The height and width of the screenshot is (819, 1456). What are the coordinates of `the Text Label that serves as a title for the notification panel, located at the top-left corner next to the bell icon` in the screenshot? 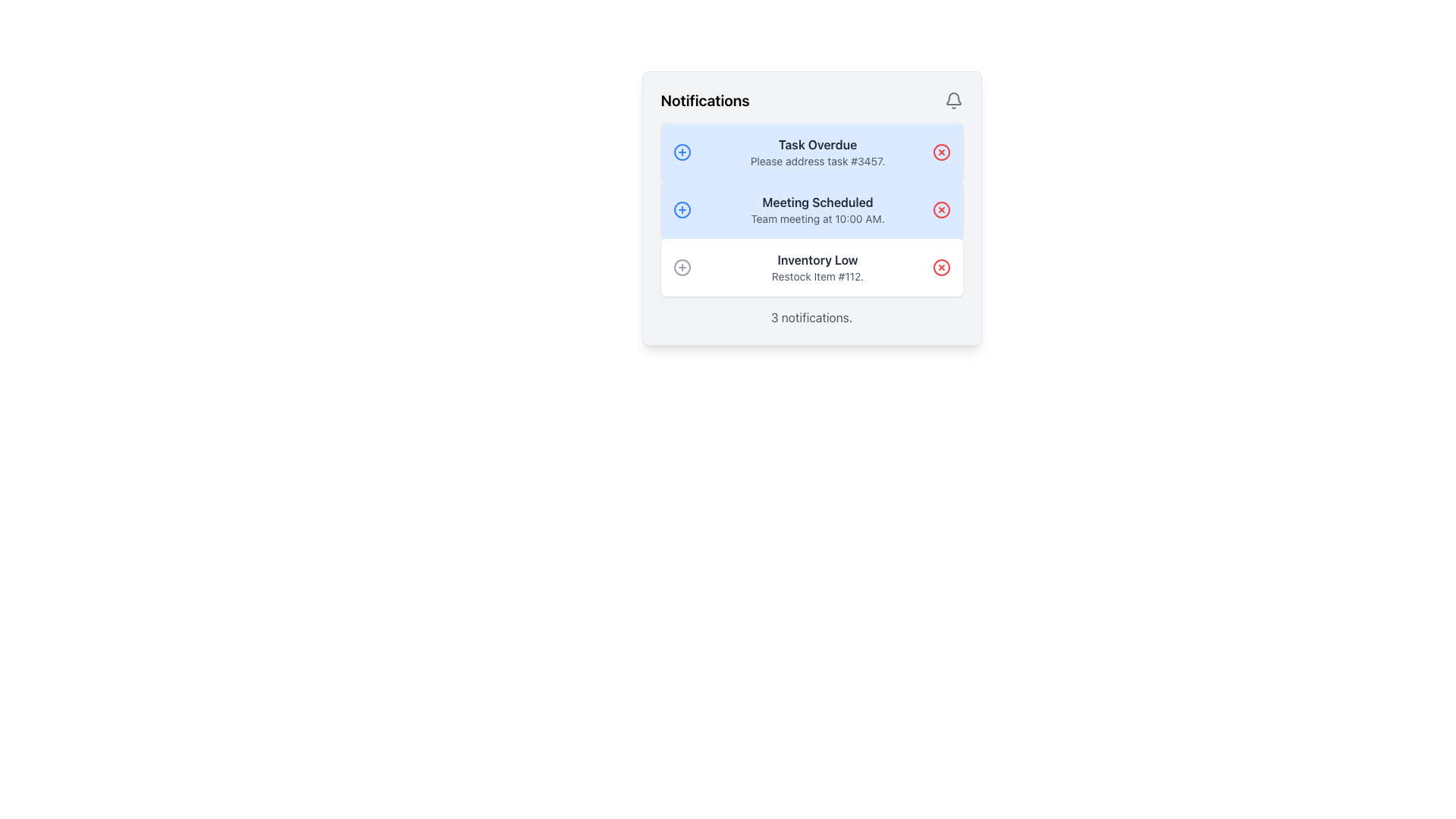 It's located at (704, 100).